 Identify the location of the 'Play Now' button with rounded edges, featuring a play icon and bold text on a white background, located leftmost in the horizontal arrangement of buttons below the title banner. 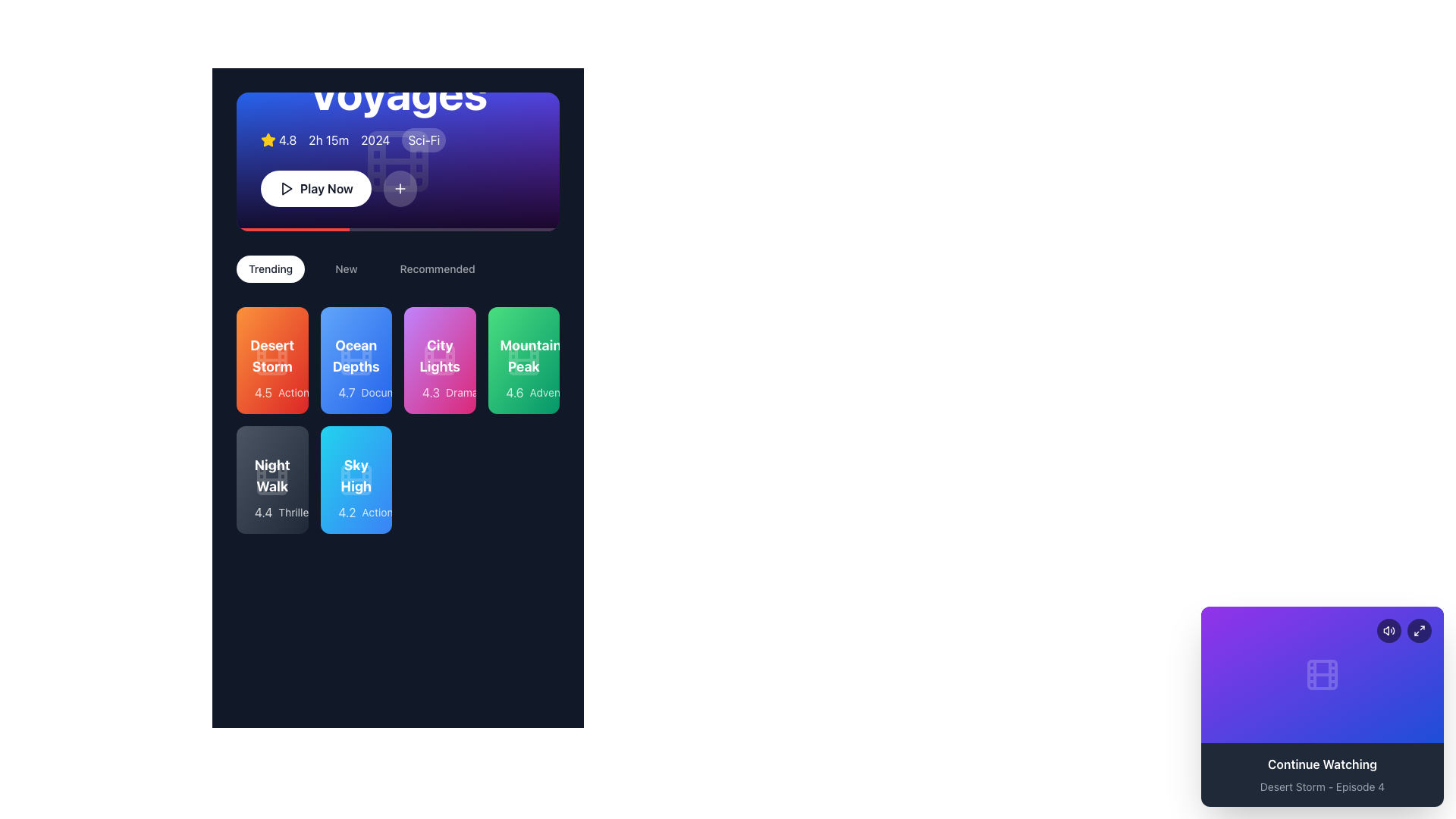
(315, 187).